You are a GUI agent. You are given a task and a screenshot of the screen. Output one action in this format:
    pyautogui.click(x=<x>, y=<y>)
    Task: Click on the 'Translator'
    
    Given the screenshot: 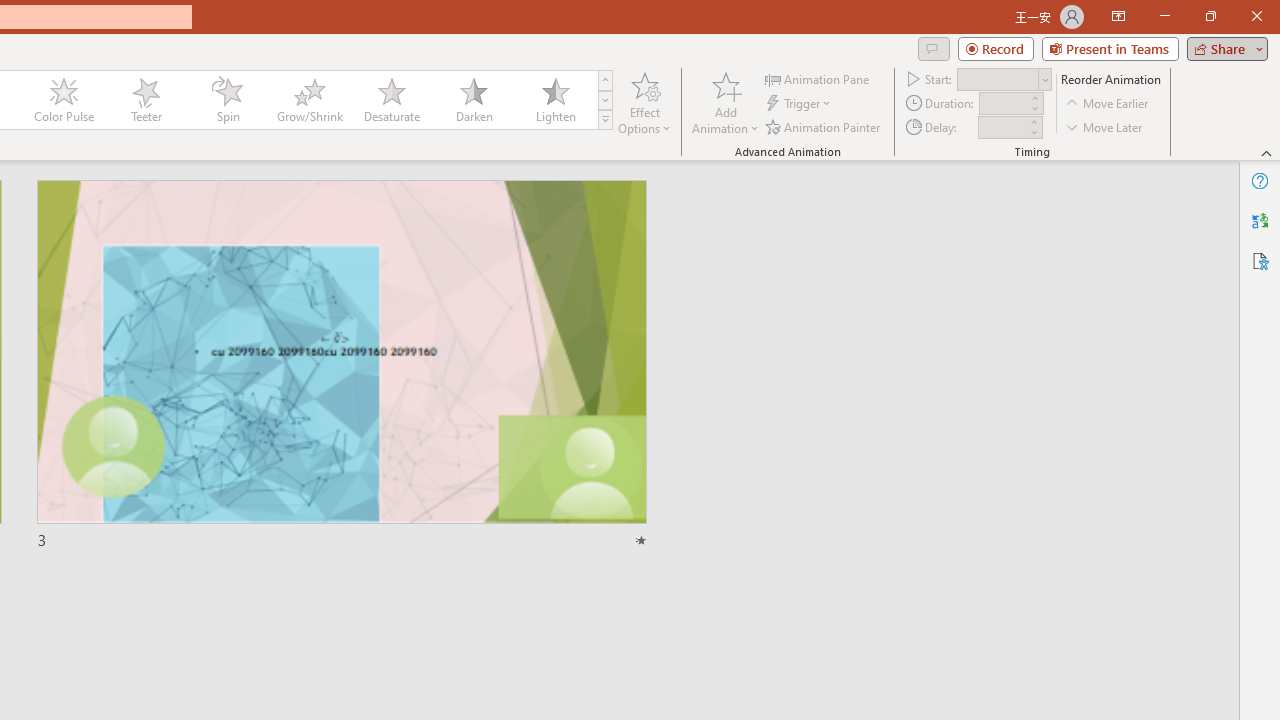 What is the action you would take?
    pyautogui.click(x=1259, y=221)
    